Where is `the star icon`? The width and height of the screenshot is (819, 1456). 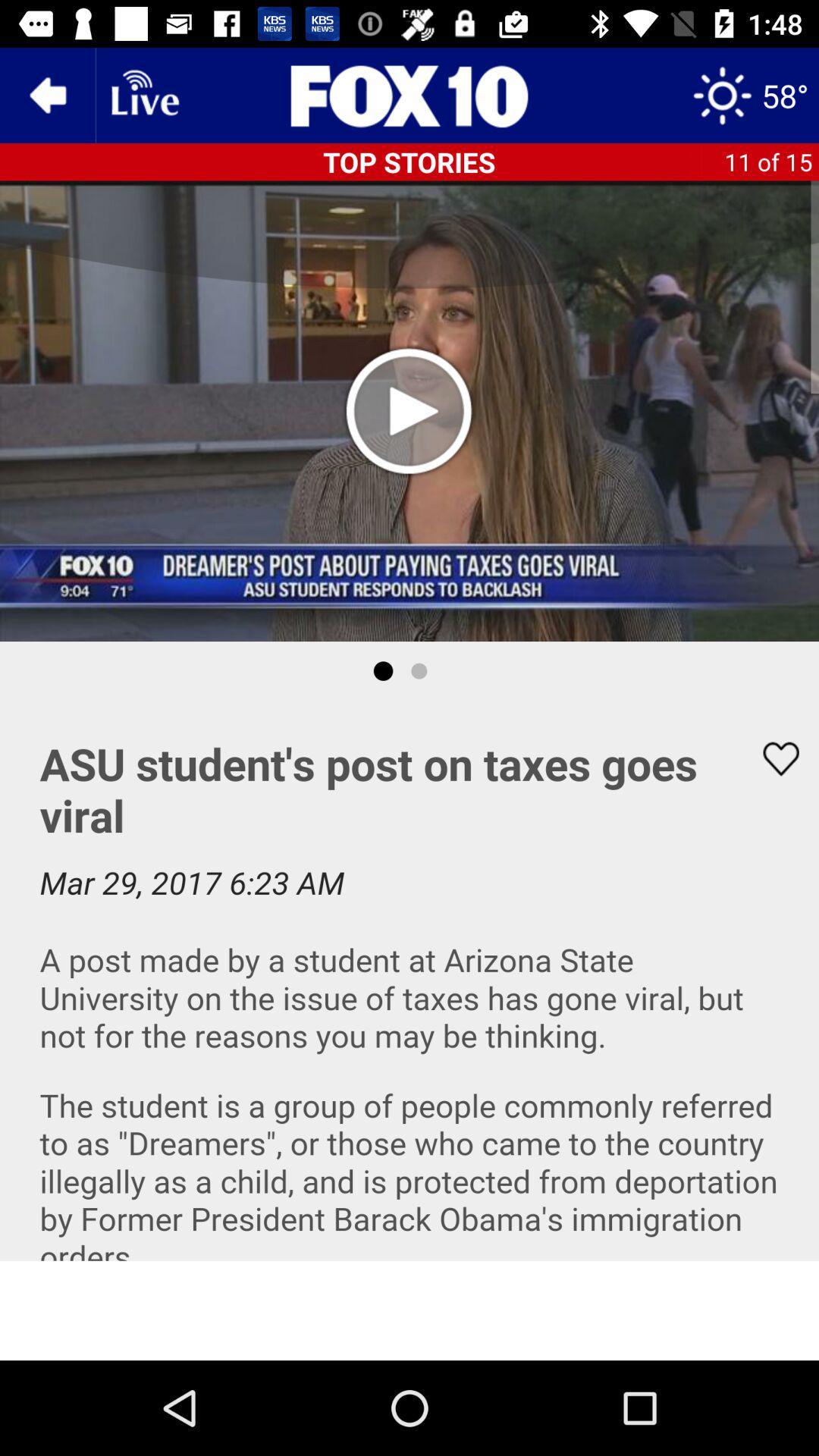
the star icon is located at coordinates (749, 94).